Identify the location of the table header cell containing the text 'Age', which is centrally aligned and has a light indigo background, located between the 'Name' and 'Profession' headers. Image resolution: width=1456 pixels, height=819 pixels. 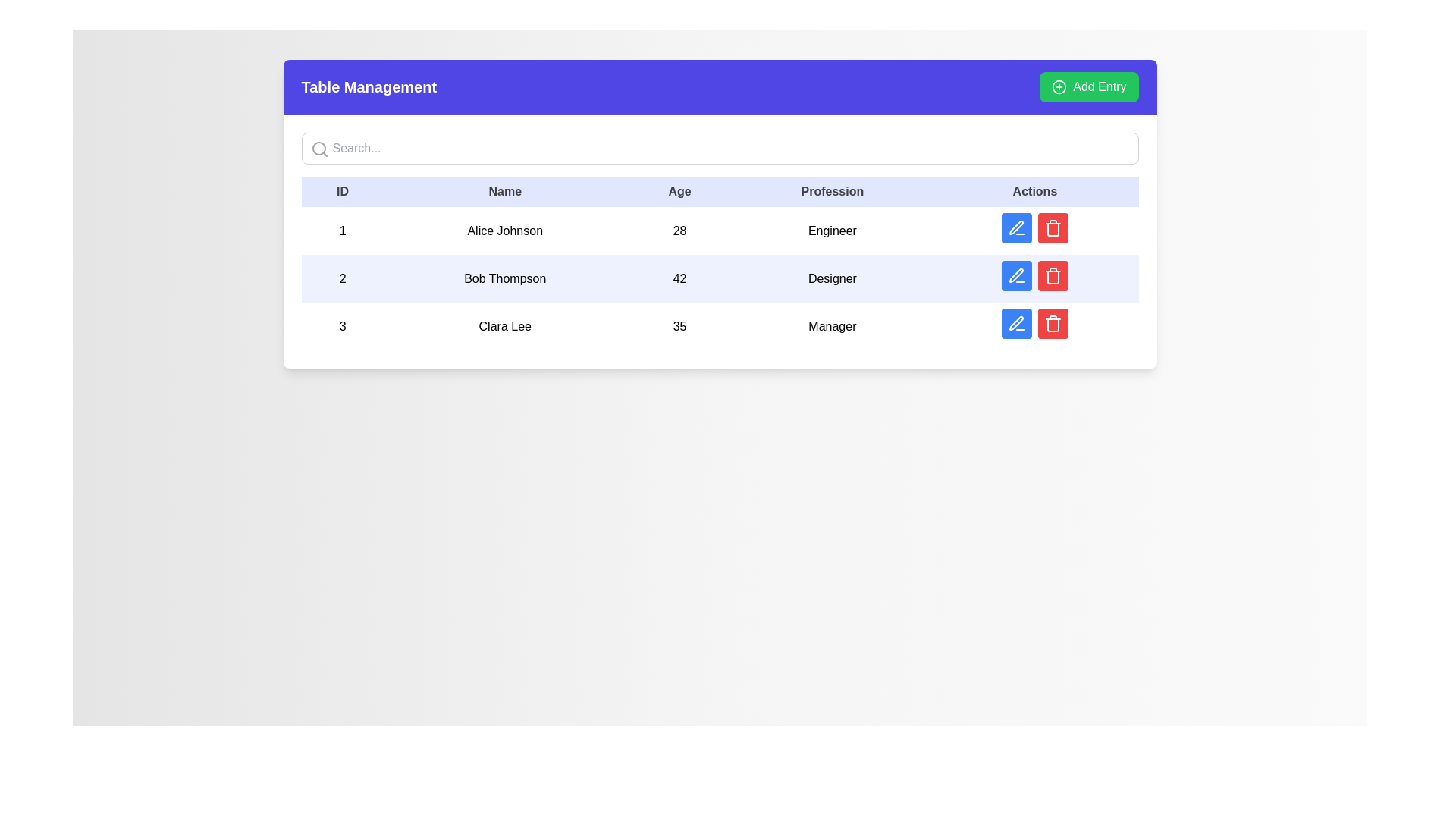
(679, 191).